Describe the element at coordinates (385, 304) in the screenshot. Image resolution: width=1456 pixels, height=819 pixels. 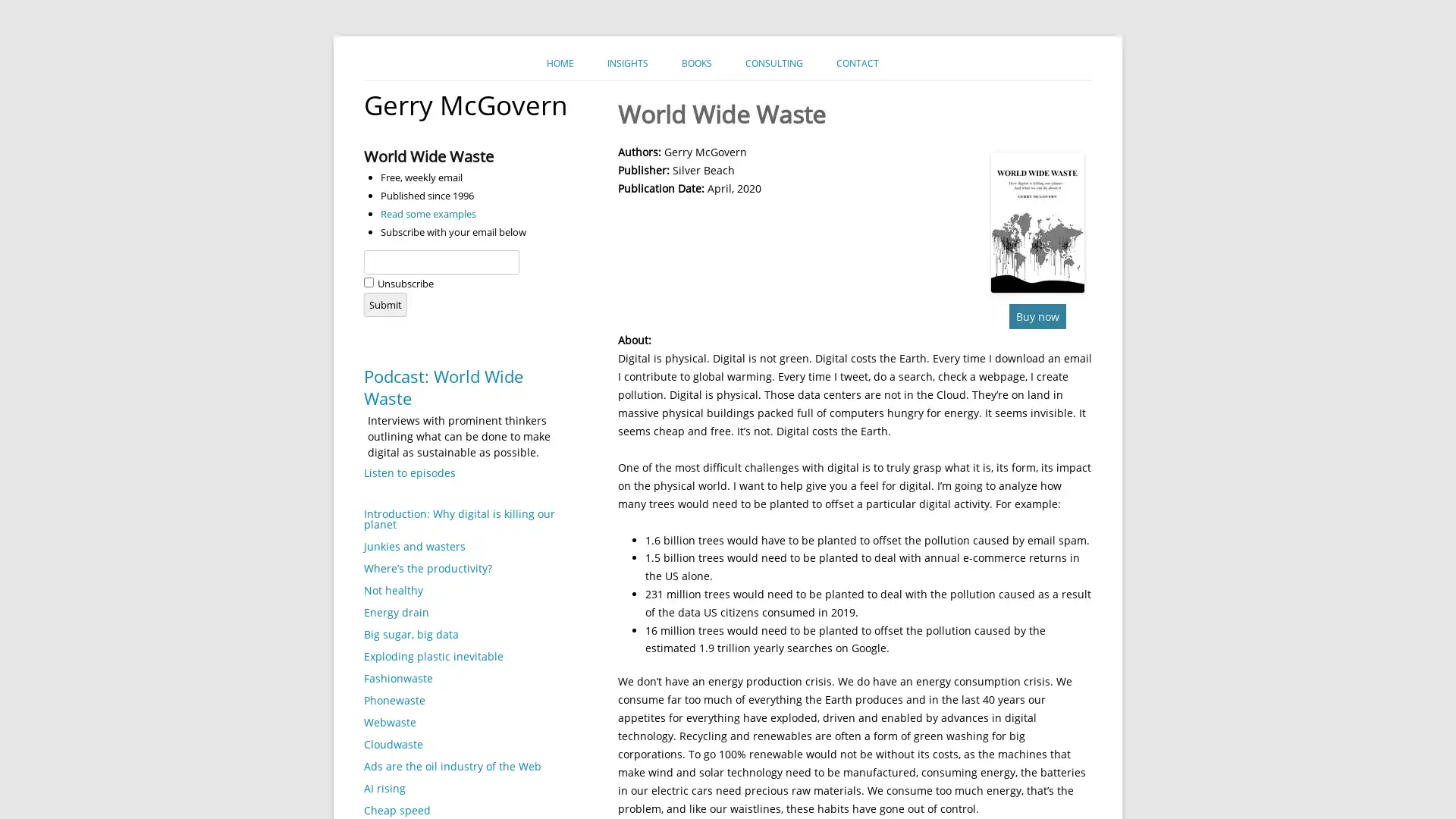
I see `Submit` at that location.